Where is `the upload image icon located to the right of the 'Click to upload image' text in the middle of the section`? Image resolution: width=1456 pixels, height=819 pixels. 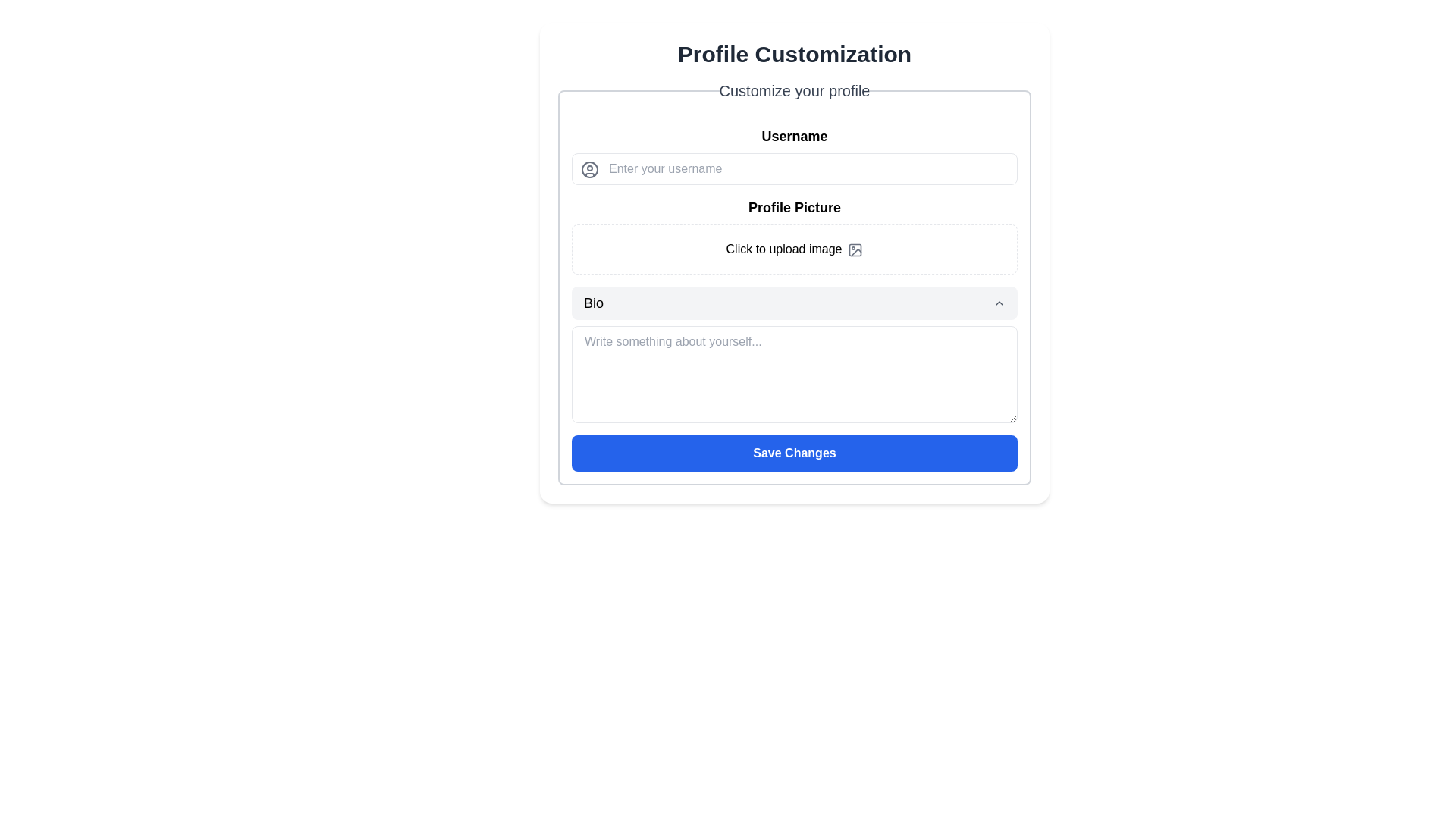
the upload image icon located to the right of the 'Click to upload image' text in the middle of the section is located at coordinates (855, 249).